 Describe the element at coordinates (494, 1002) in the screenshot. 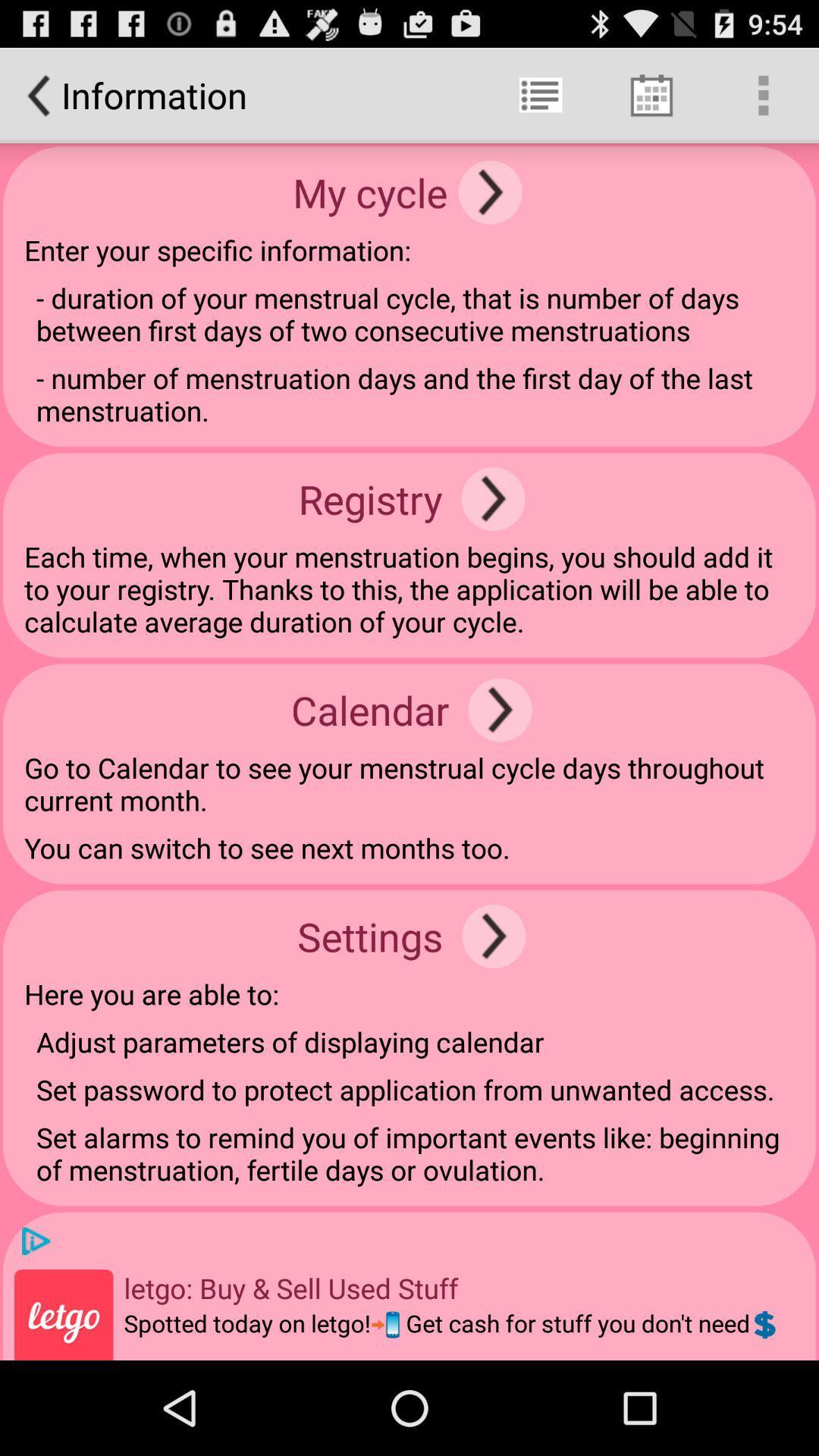

I see `the arrow_forward icon` at that location.